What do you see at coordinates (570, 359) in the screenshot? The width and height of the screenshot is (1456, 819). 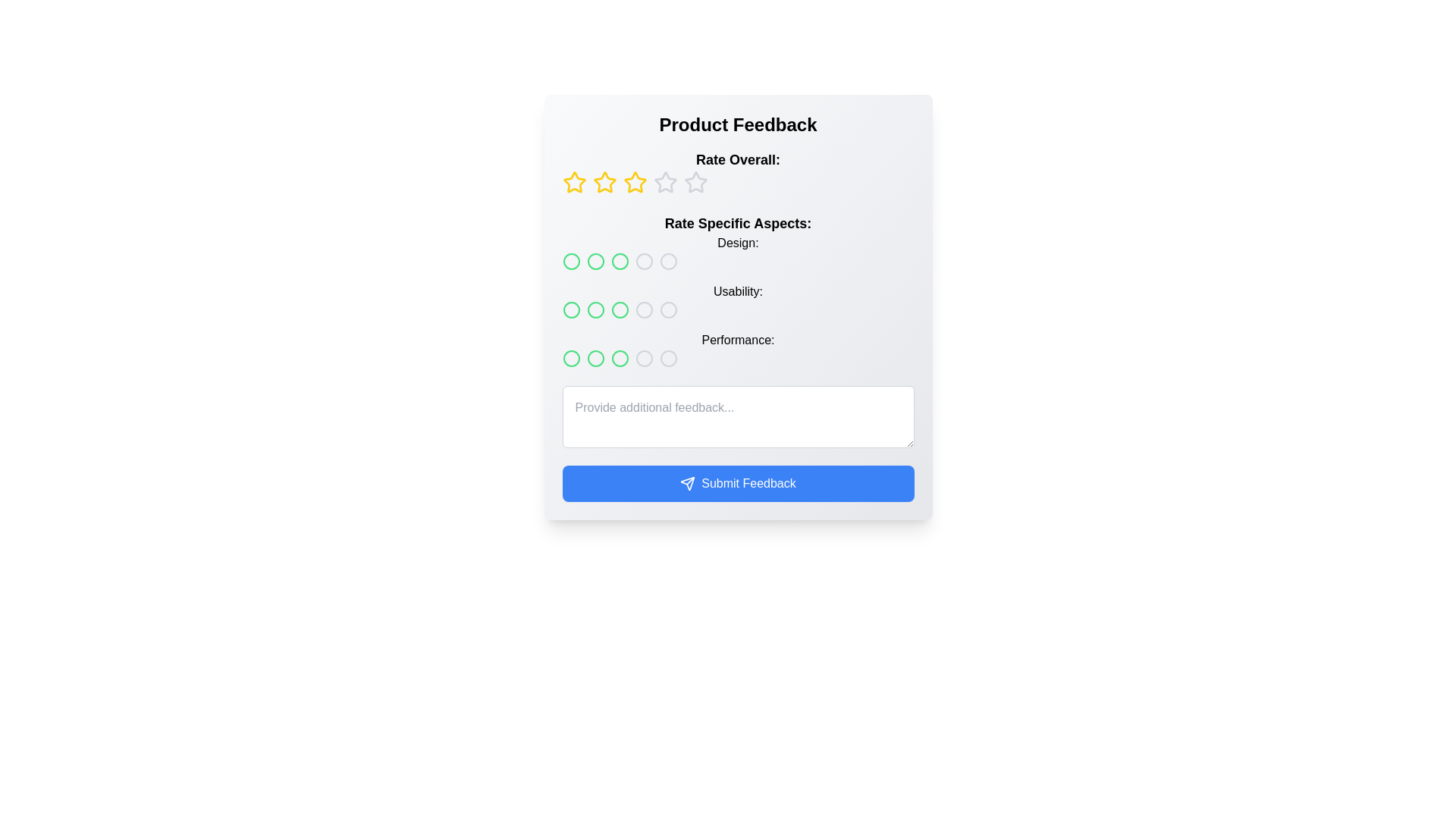 I see `the leftmost circular button styled as a rating indicator in the 'Performance' rating section` at bounding box center [570, 359].